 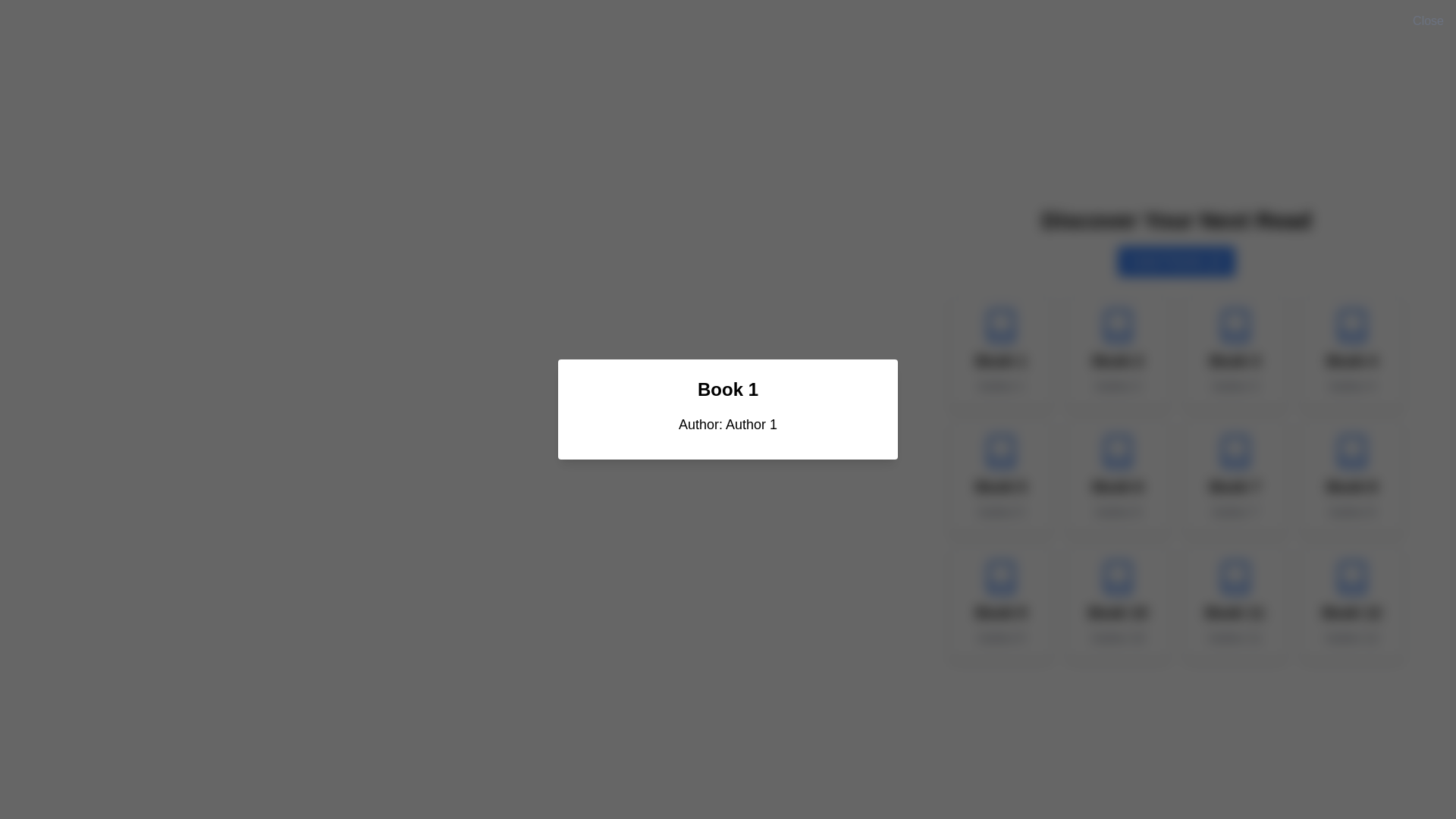 What do you see at coordinates (1235, 351) in the screenshot?
I see `the interactive card element representing the book in the third column of the first row, which displays the book title and author` at bounding box center [1235, 351].